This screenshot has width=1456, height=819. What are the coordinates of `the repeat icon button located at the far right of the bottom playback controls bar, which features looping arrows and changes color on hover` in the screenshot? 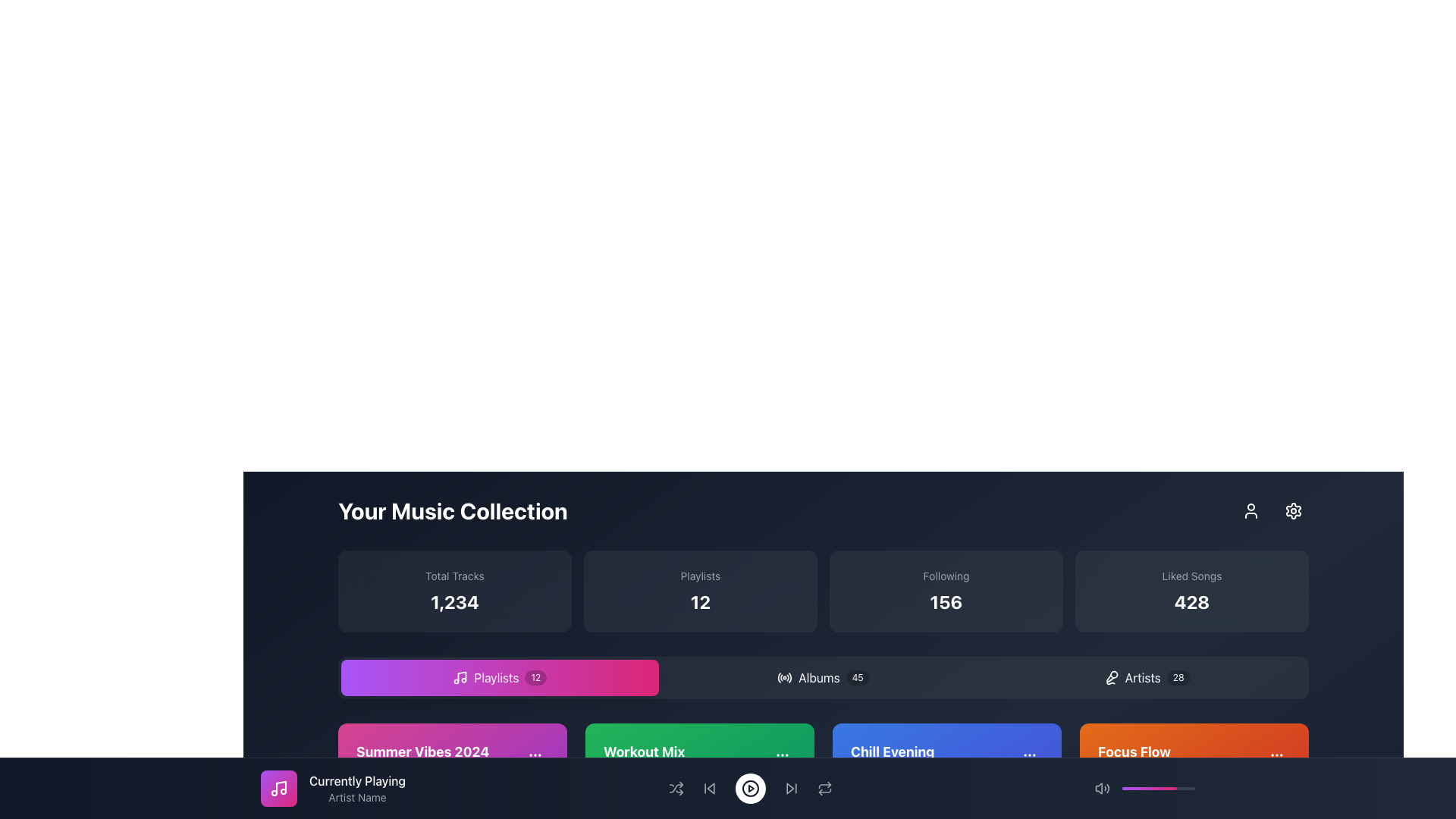 It's located at (824, 788).